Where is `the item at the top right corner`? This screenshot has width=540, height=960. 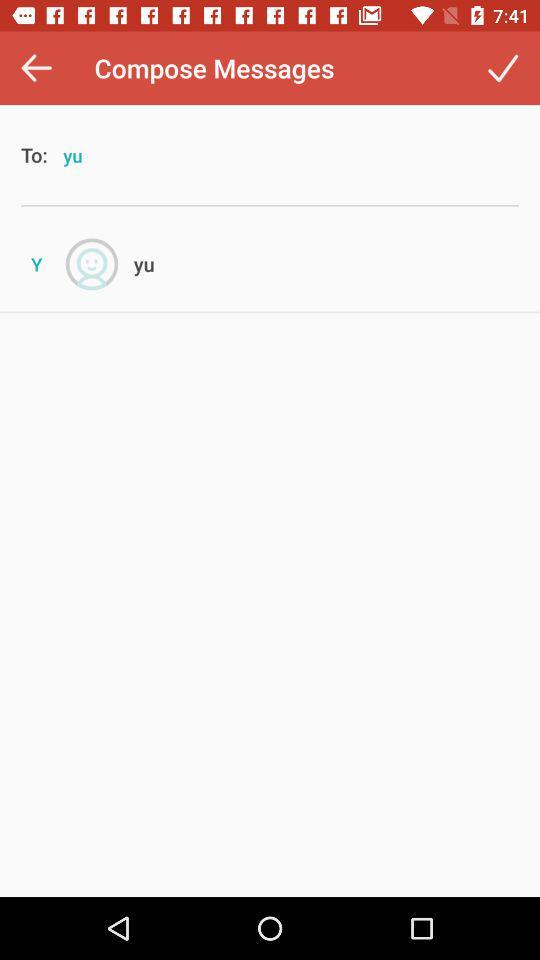
the item at the top right corner is located at coordinates (502, 68).